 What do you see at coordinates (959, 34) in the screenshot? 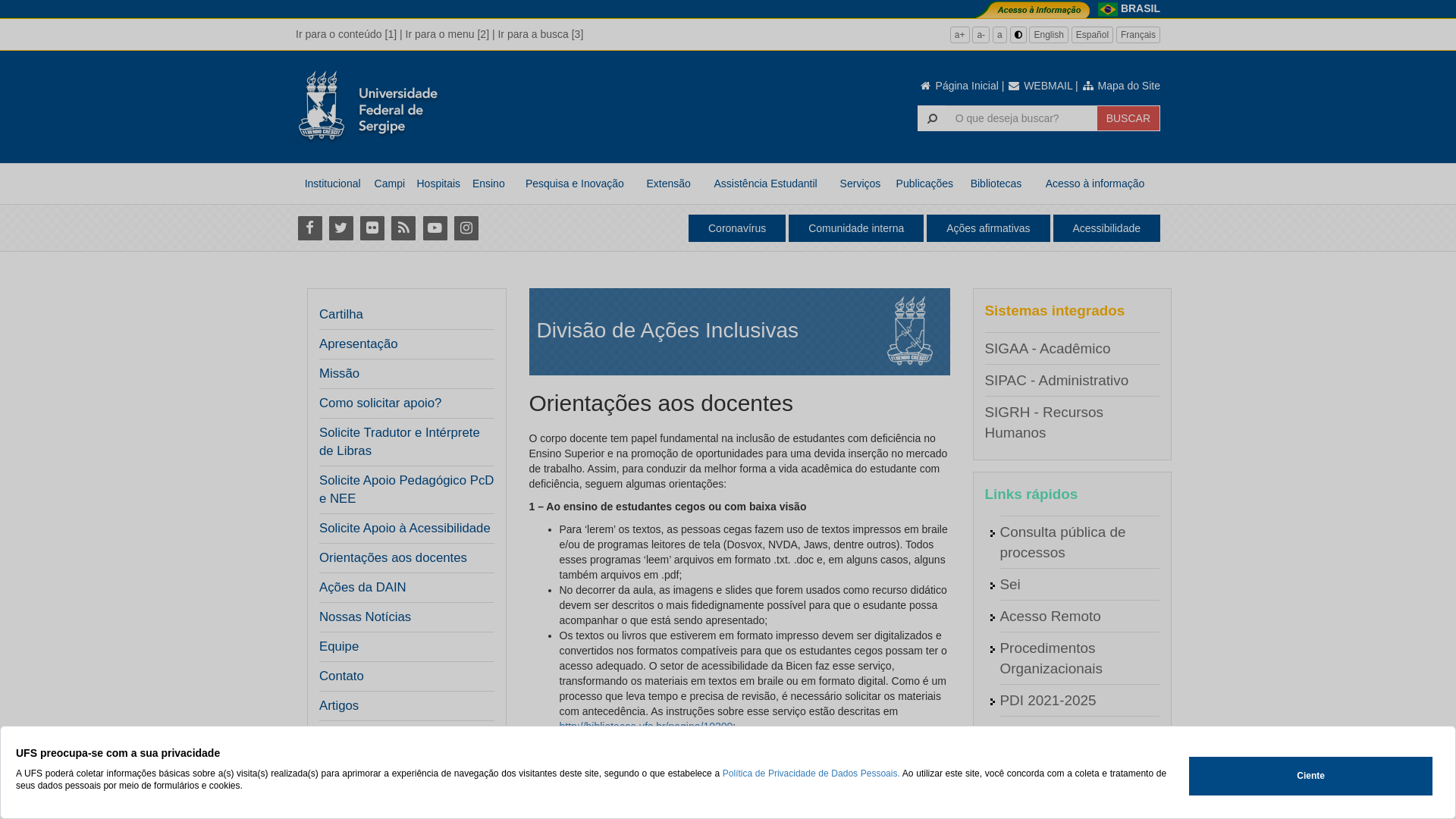
I see `'a+'` at bounding box center [959, 34].